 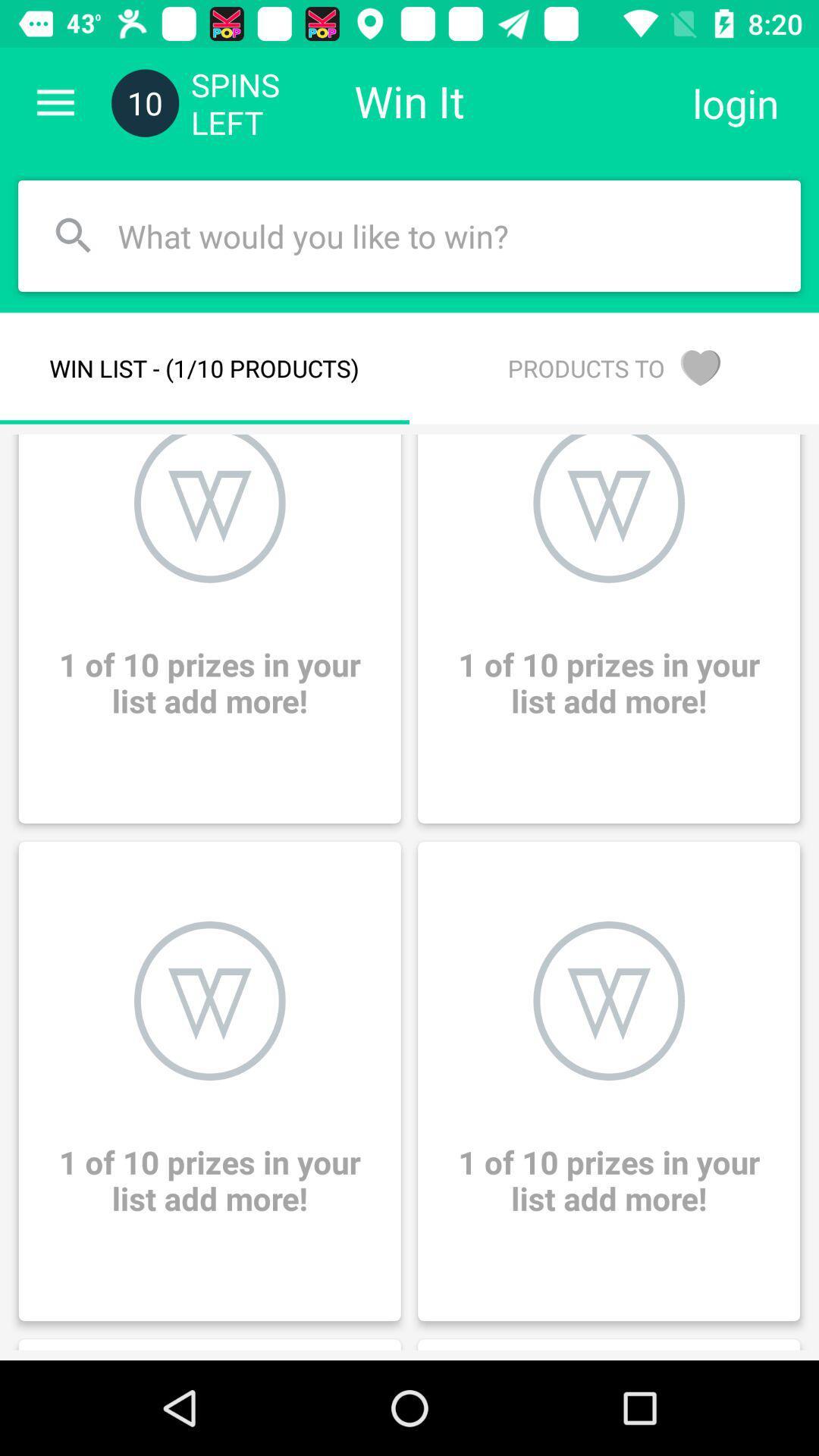 I want to click on icon above products to  icon, so click(x=735, y=102).